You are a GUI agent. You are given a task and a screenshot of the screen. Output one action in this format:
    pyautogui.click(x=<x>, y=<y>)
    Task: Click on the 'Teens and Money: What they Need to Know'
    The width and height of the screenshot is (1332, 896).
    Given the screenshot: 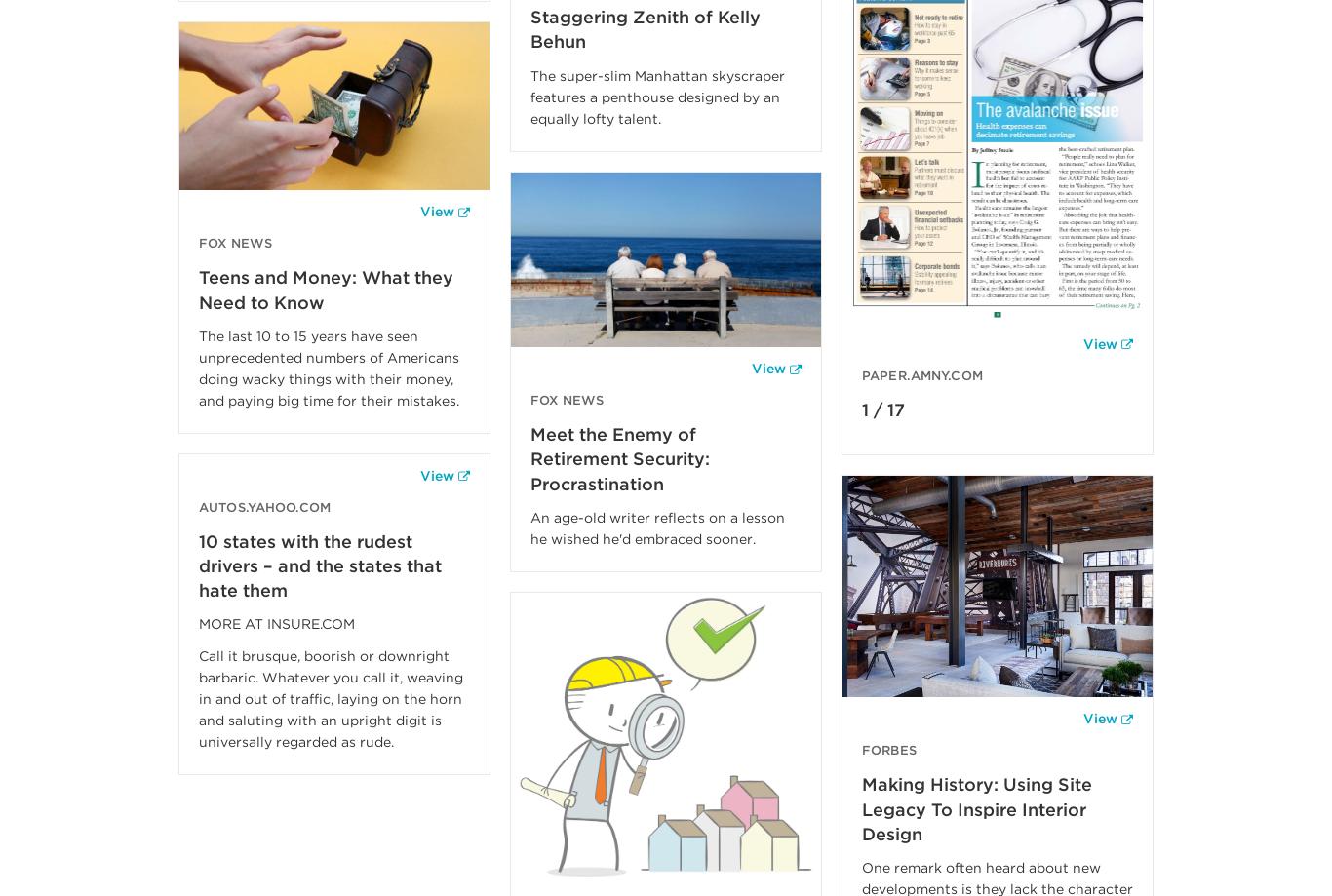 What is the action you would take?
    pyautogui.click(x=197, y=289)
    